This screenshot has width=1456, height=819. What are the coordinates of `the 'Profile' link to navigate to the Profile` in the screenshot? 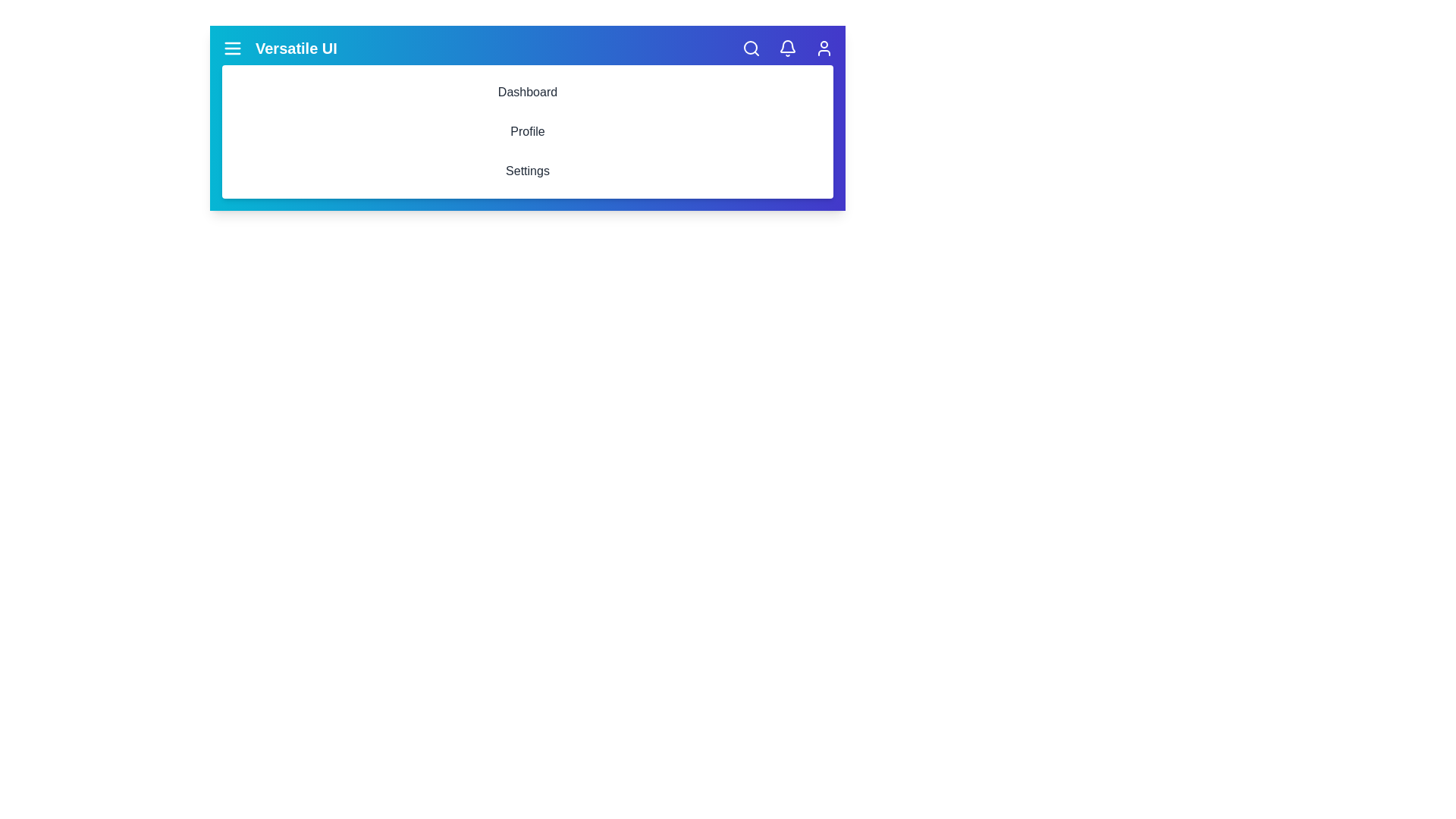 It's located at (528, 130).